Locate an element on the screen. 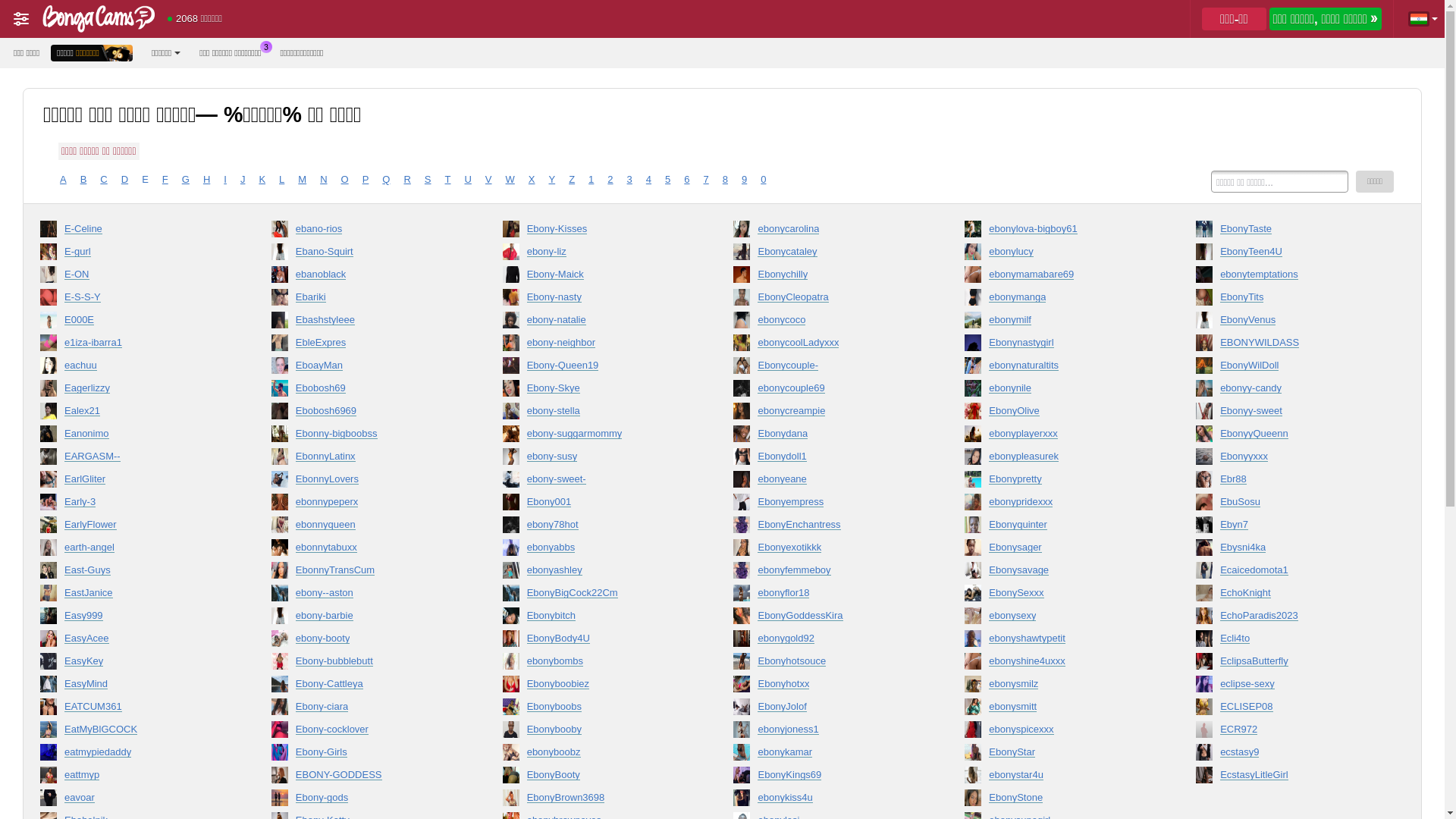 The width and height of the screenshot is (1456, 819). 'Ebano-Squirt' is located at coordinates (365, 253).